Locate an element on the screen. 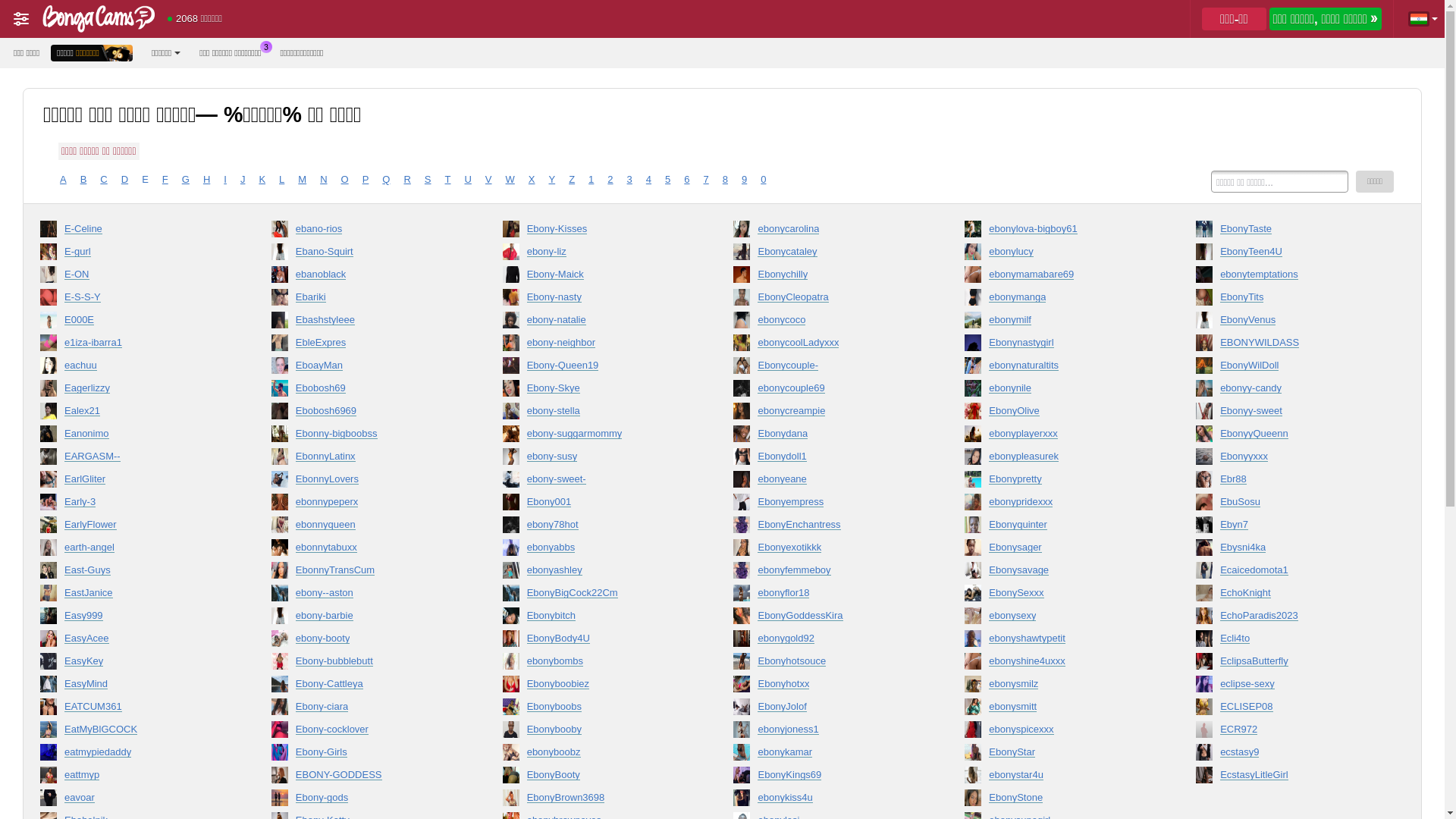 The width and height of the screenshot is (1456, 819). 'Ebano-Squirt' is located at coordinates (365, 253).